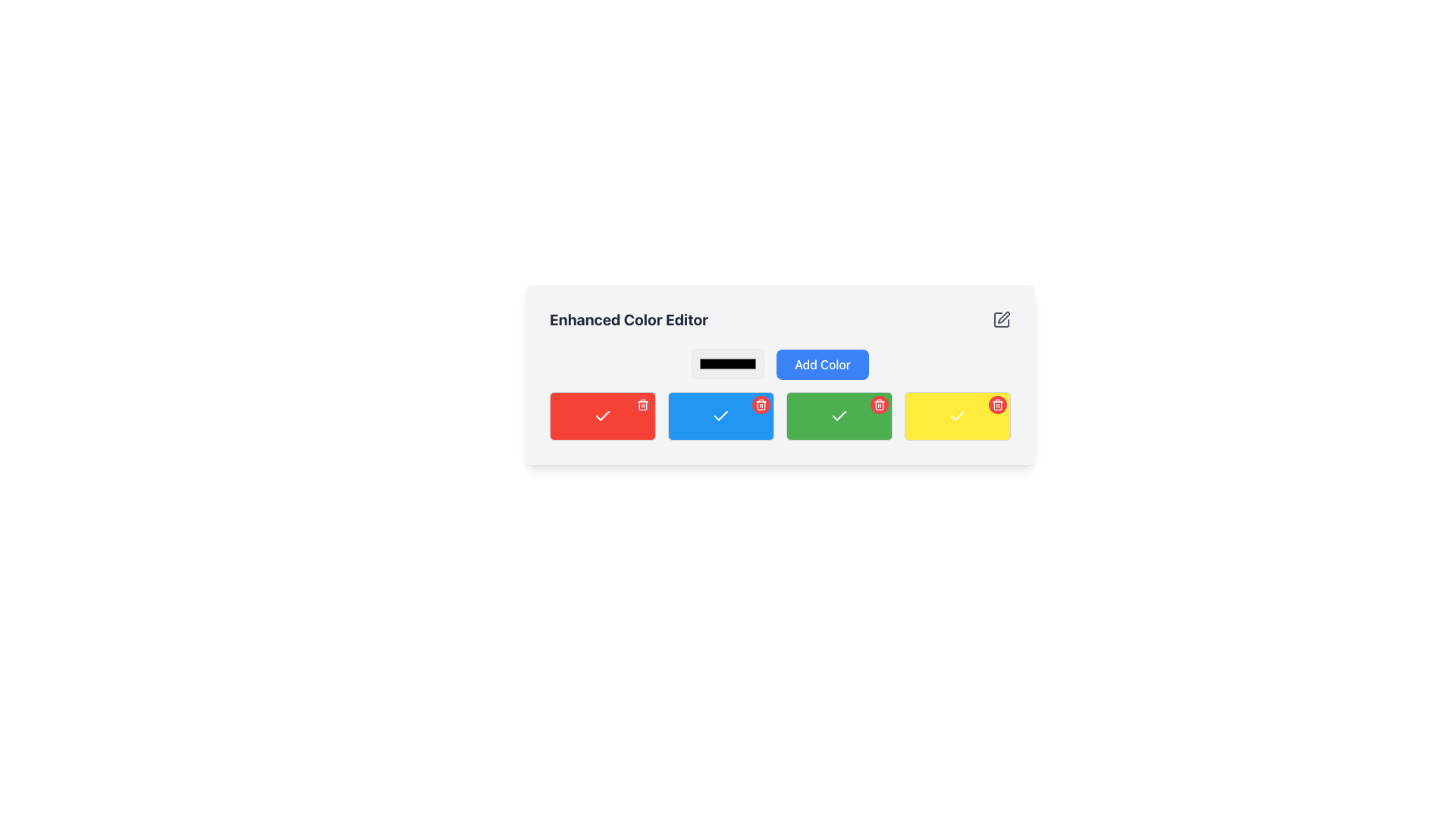  What do you see at coordinates (1001, 318) in the screenshot?
I see `the square border of the edit icon in the top-right corner of the 'Enhanced Color Editor' to initiate the editing process` at bounding box center [1001, 318].